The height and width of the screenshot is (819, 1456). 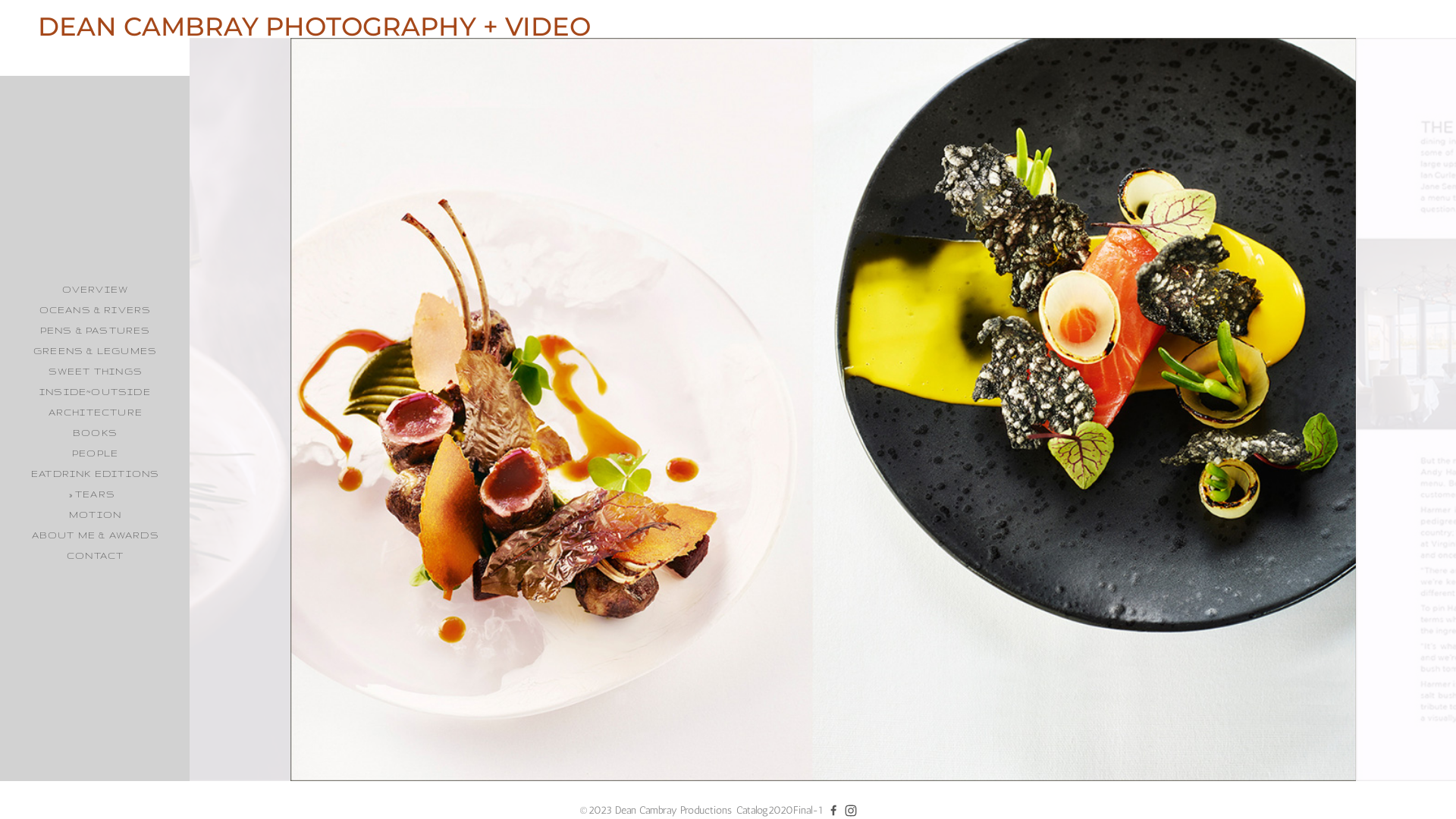 What do you see at coordinates (94, 472) in the screenshot?
I see `'EATDRINK EDITIONS'` at bounding box center [94, 472].